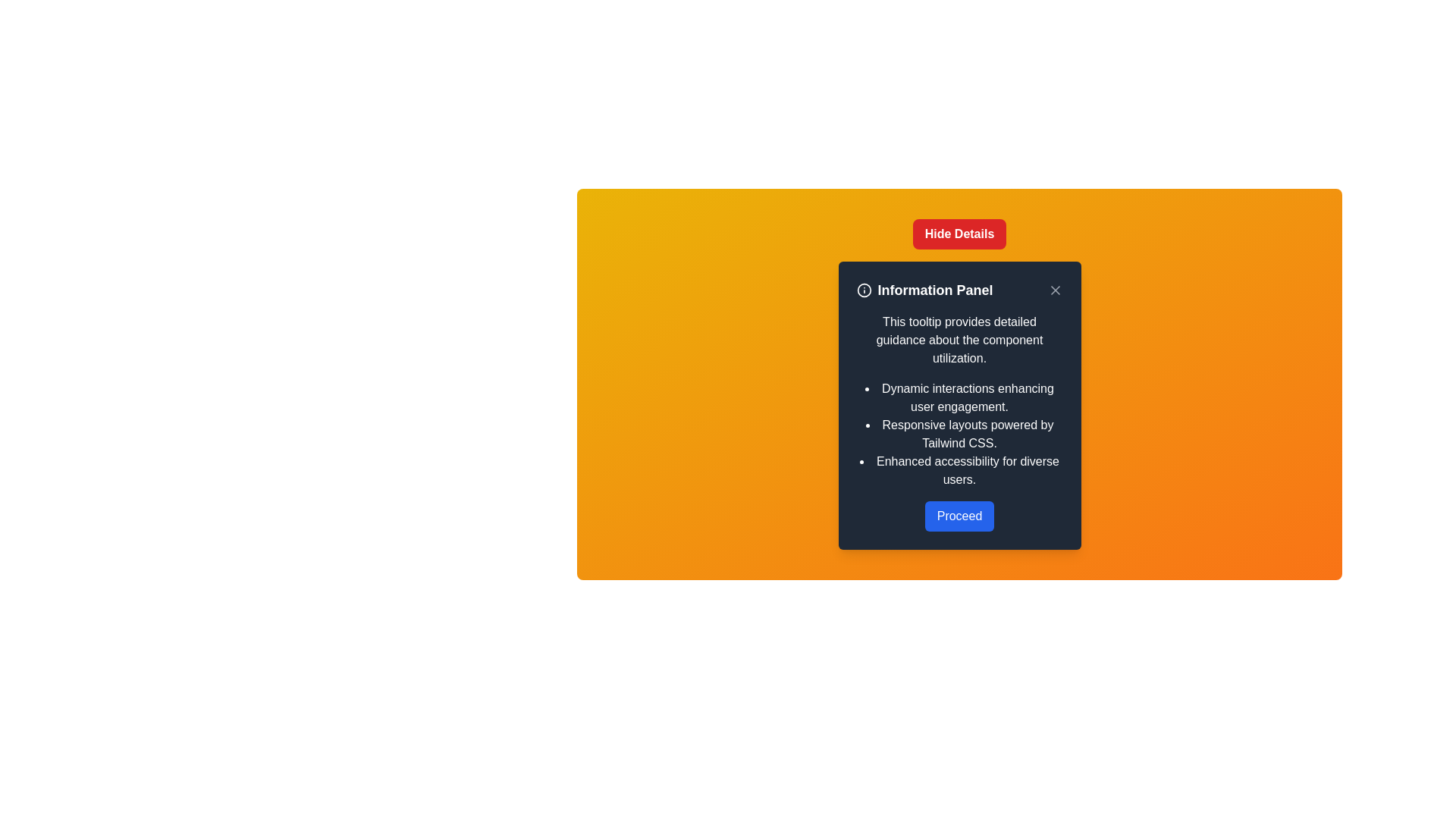  What do you see at coordinates (959, 397) in the screenshot?
I see `the text block that contains the string 'Dynamic interactions enhancing user engagement.' displayed on a dark background in the upper-middle section of the informational panel` at bounding box center [959, 397].